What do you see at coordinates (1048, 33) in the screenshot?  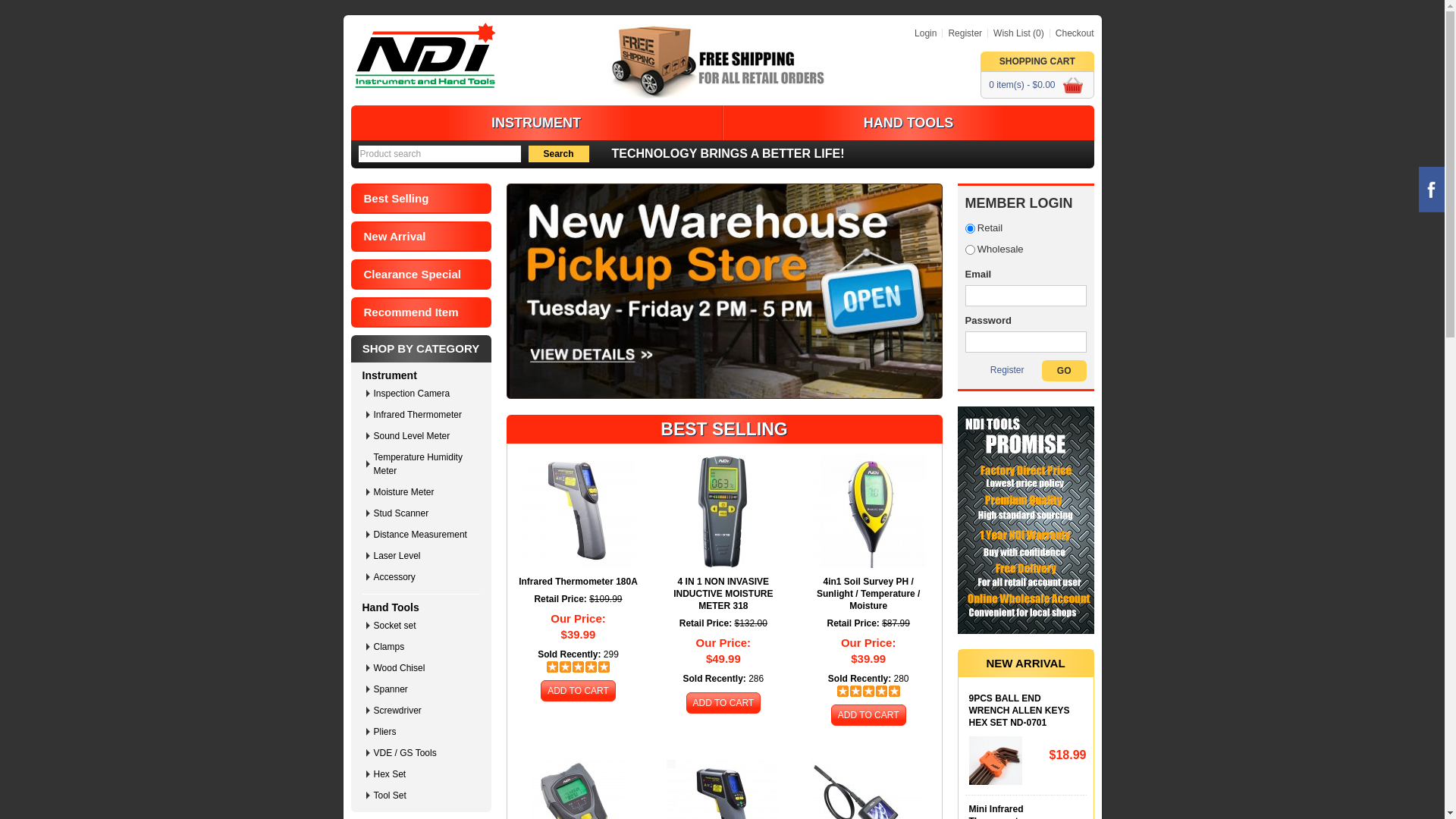 I see `'Checkout'` at bounding box center [1048, 33].